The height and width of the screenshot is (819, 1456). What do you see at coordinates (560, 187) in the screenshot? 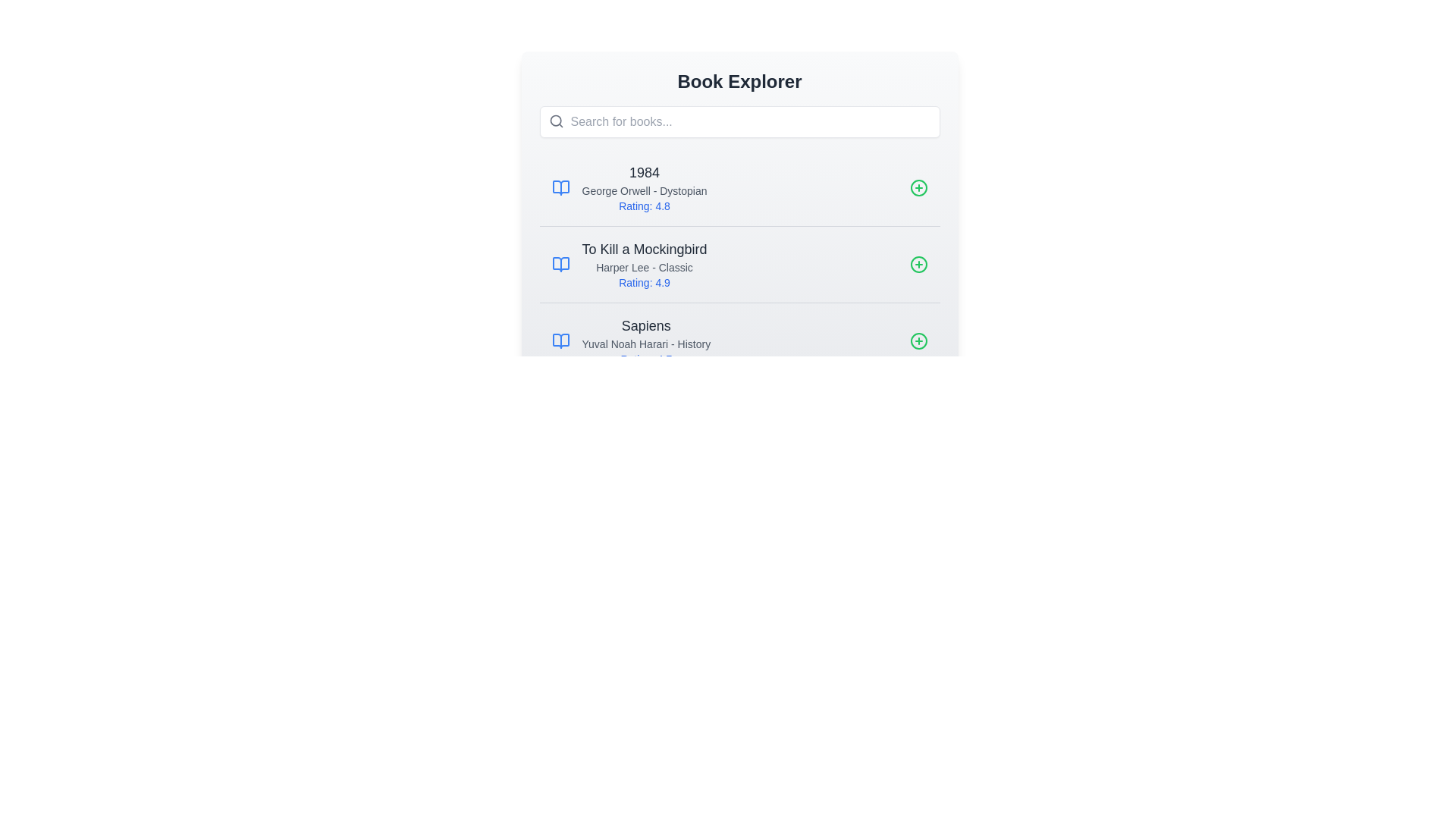
I see `the small blue book icon located to the left of the title '1984'` at bounding box center [560, 187].